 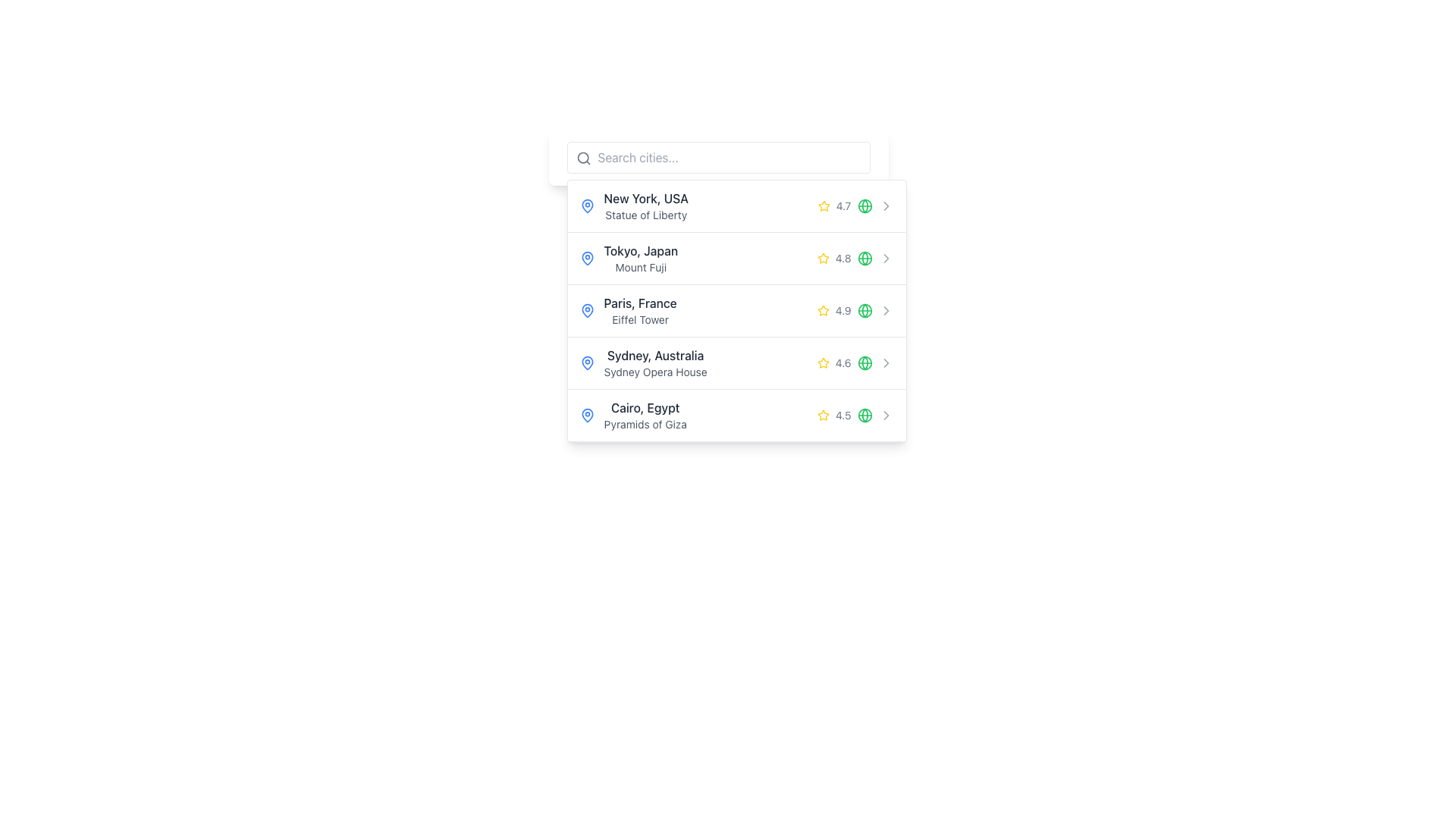 What do you see at coordinates (586, 206) in the screenshot?
I see `the stylized blue map pin icon for 'New York, USA' in the dropdown menu, which is the first element in the list` at bounding box center [586, 206].